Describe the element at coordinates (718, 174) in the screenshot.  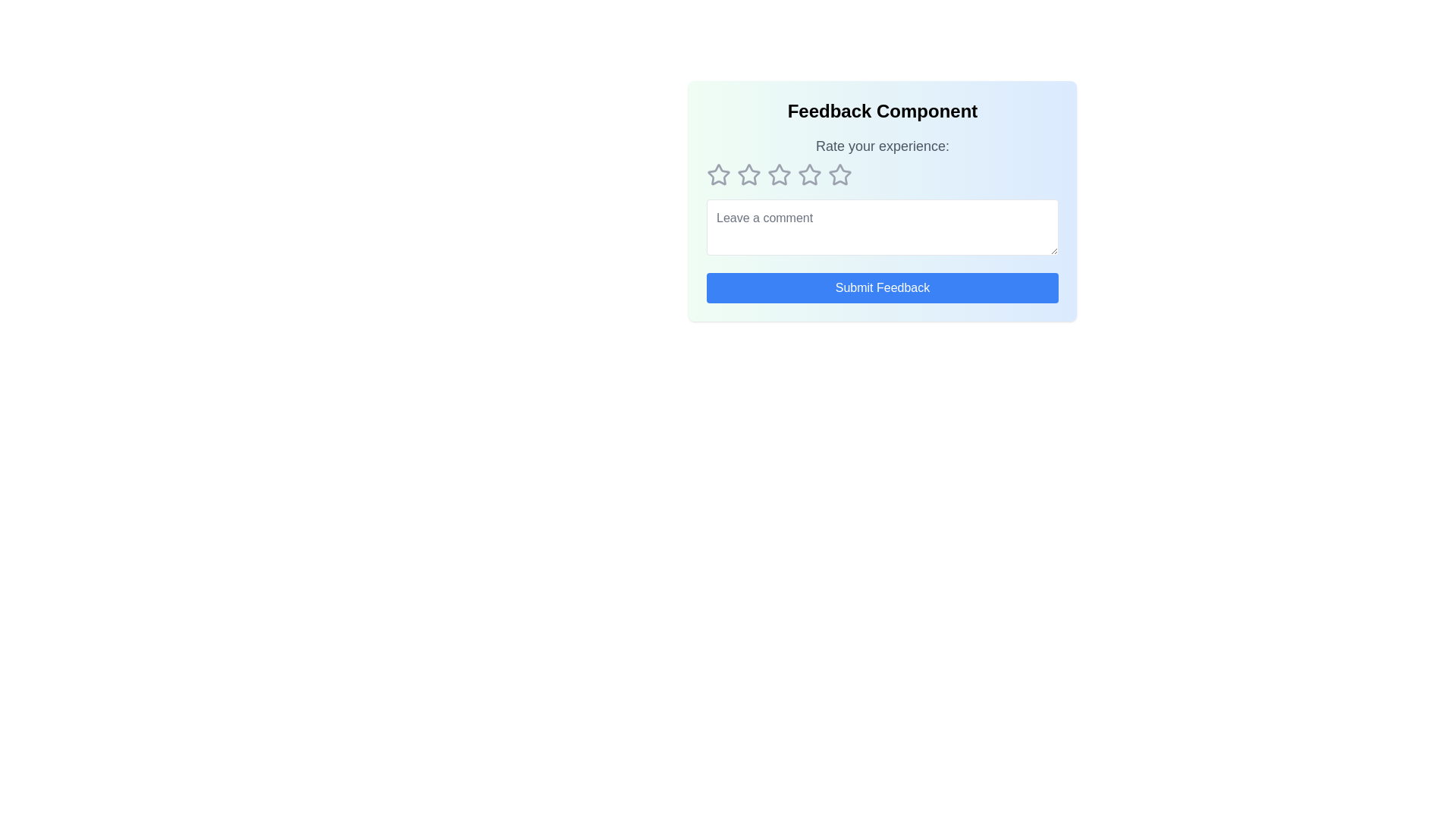
I see `the first gray star icon in the row of five rating stars` at that location.